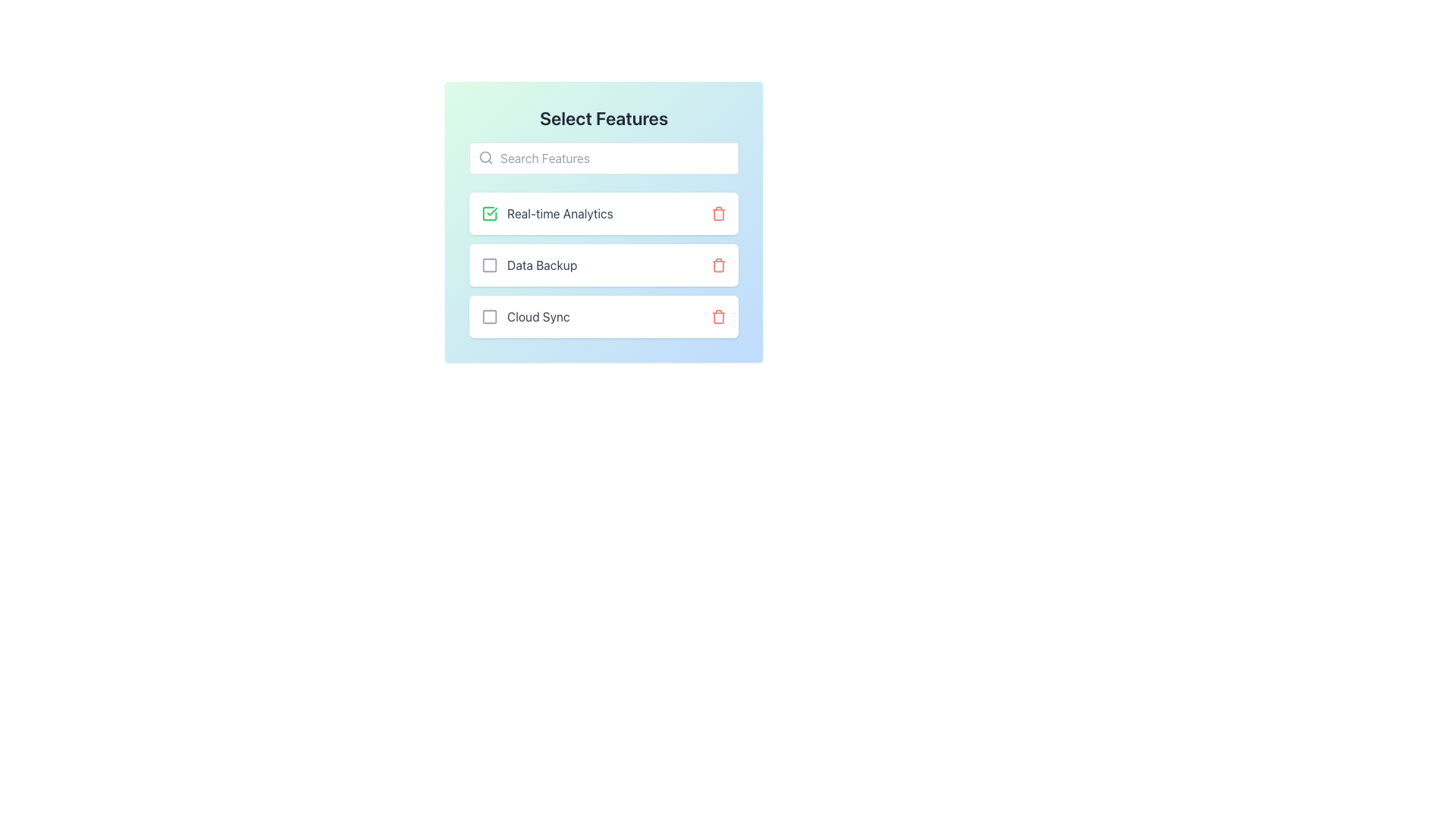 Image resolution: width=1456 pixels, height=819 pixels. What do you see at coordinates (490, 315) in the screenshot?
I see `the checkbox or selector icon` at bounding box center [490, 315].